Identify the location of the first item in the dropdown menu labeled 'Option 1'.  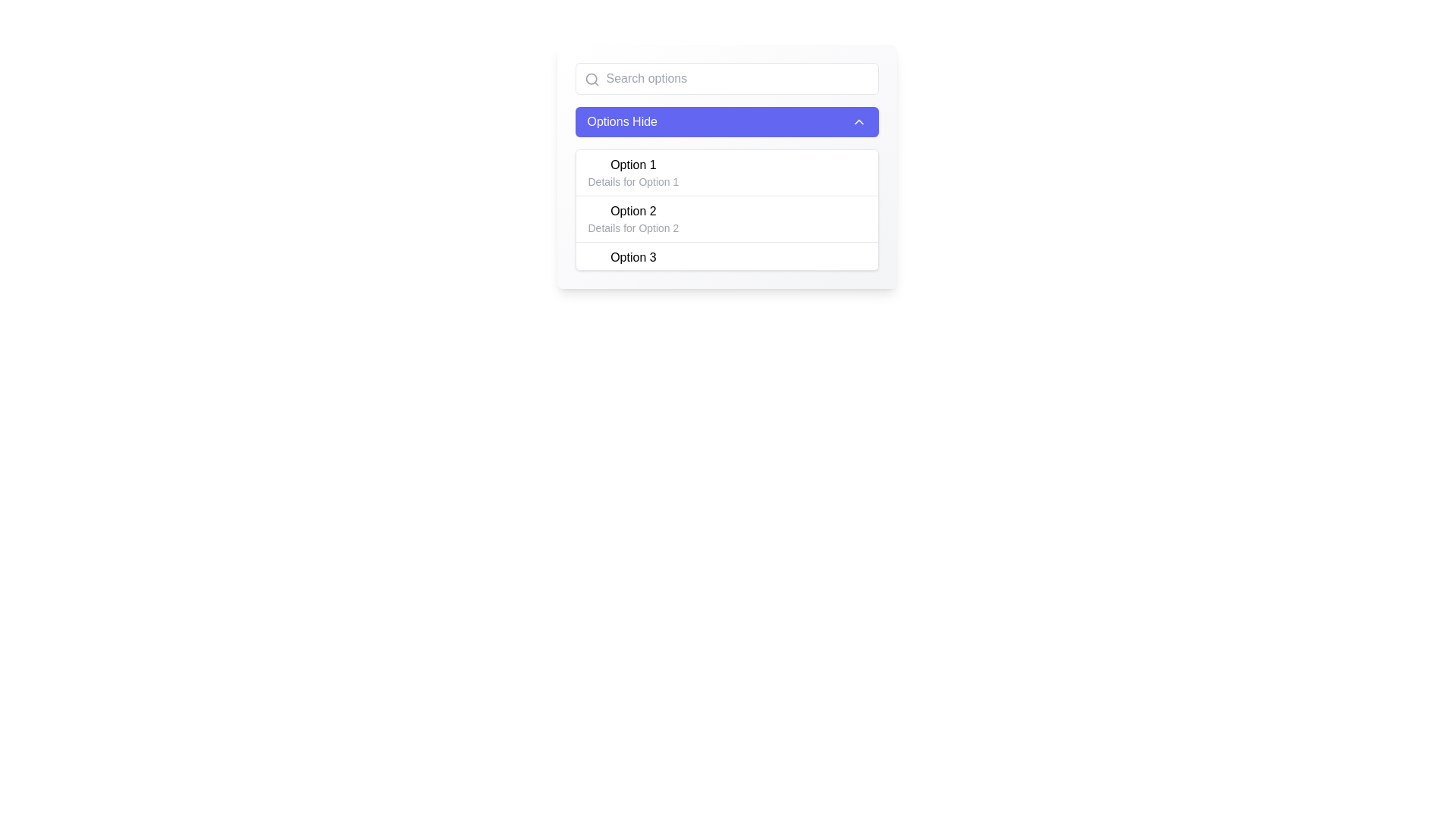
(633, 171).